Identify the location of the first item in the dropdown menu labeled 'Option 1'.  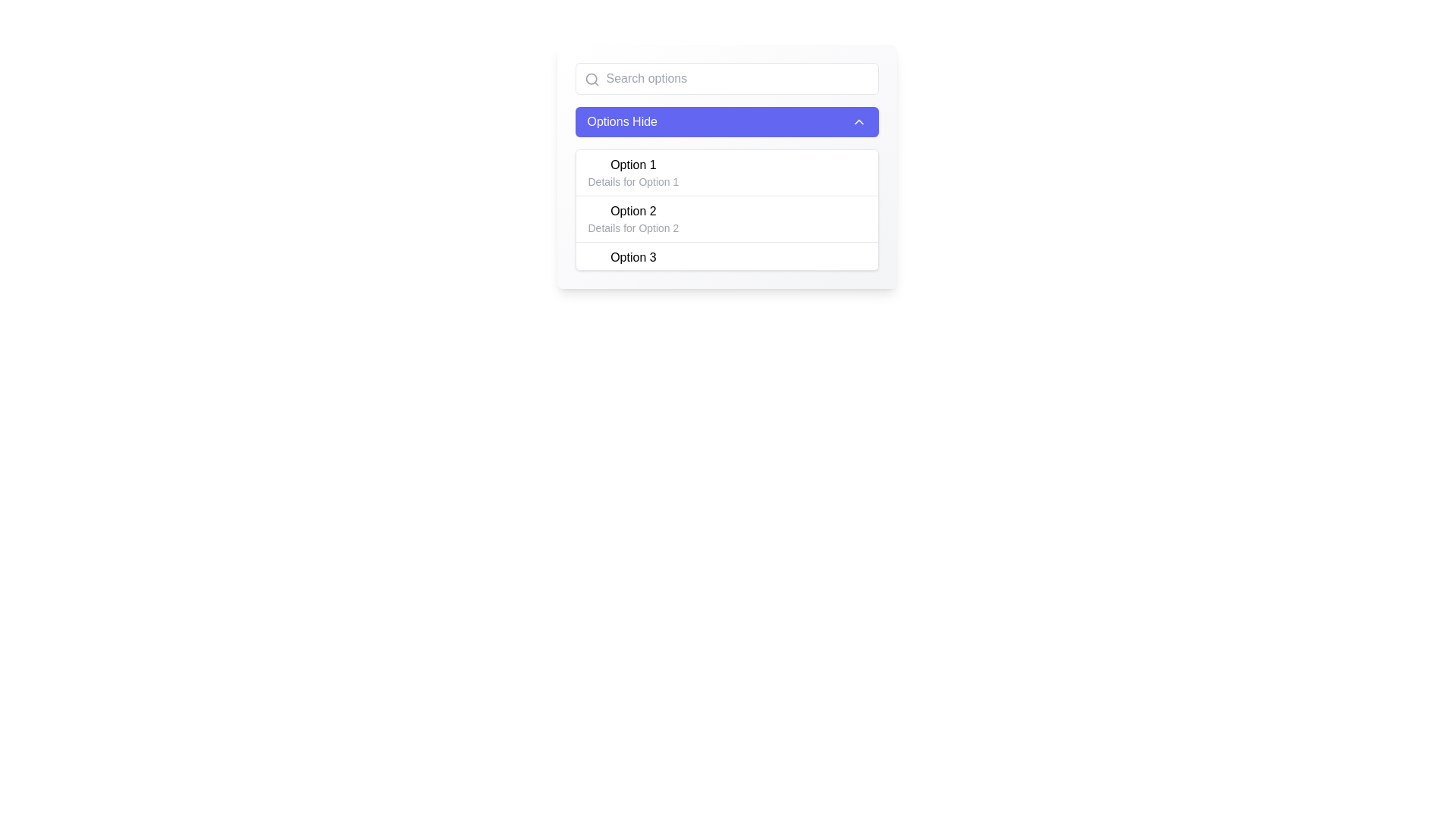
(633, 171).